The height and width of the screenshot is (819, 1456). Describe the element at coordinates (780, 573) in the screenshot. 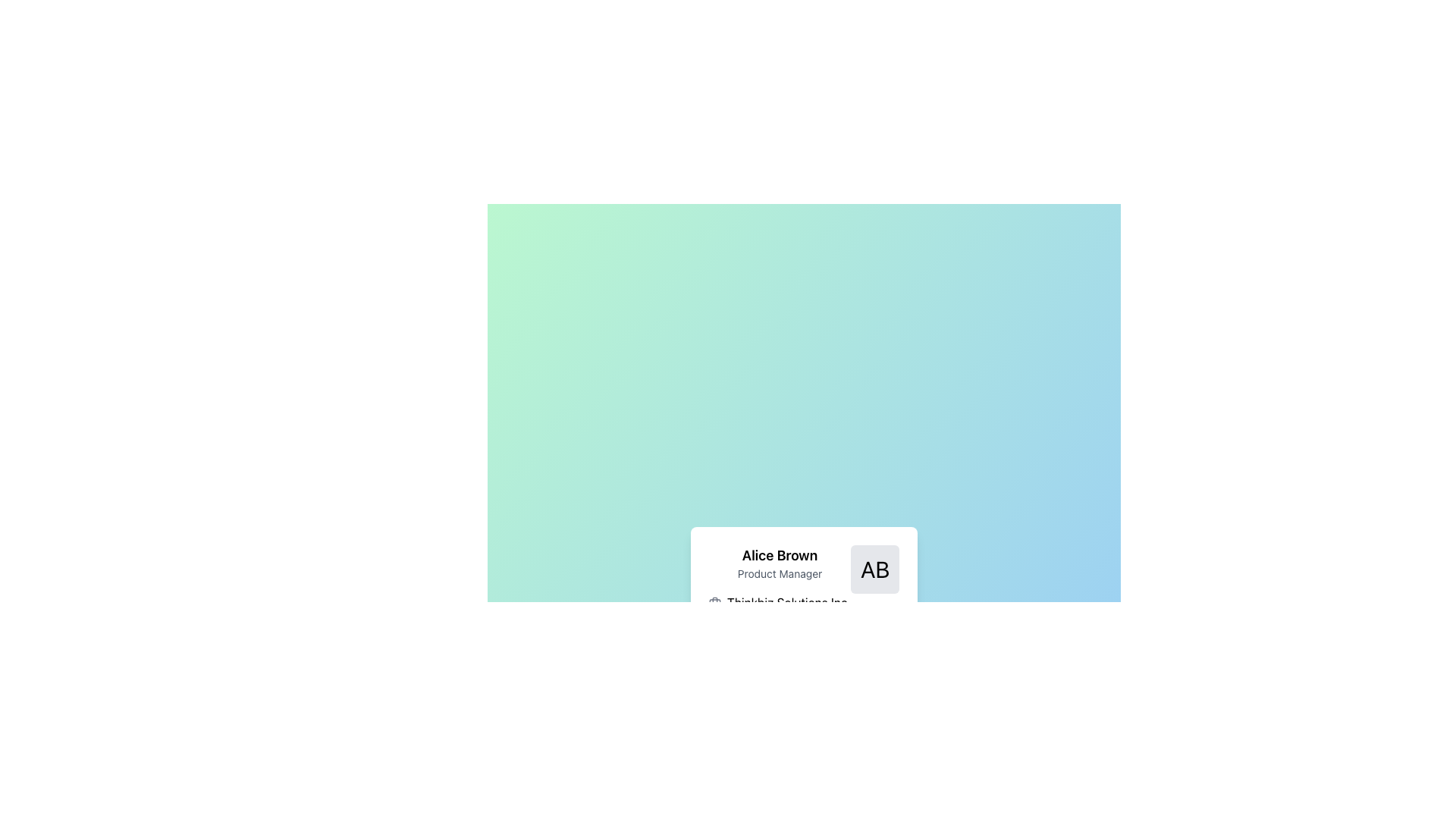

I see `the text label displaying 'Product Manager' in light gray, which is located beneath 'Alice Brown' and above other contextual information` at that location.